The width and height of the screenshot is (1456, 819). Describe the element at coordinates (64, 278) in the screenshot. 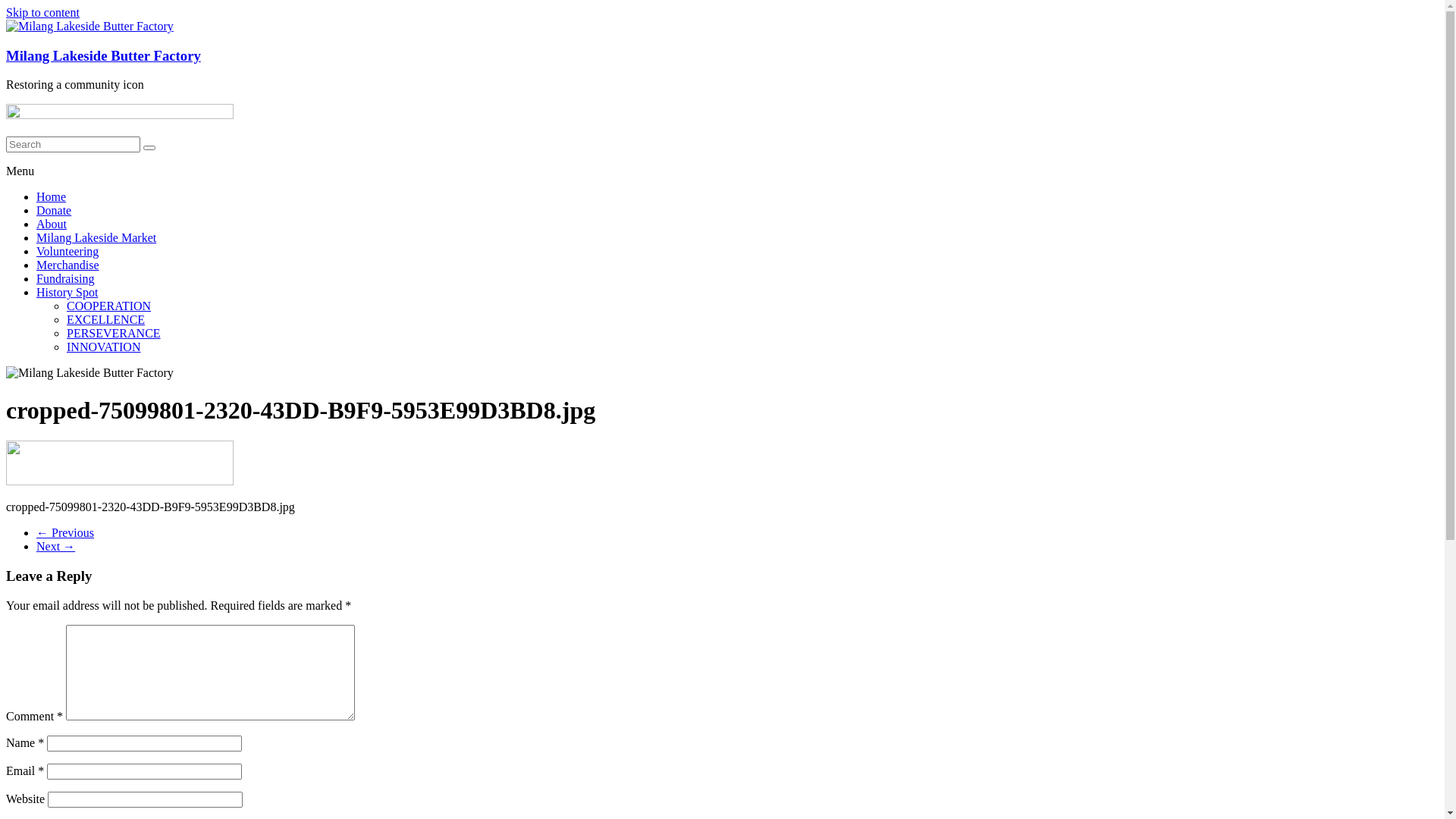

I see `'Fundraising'` at that location.